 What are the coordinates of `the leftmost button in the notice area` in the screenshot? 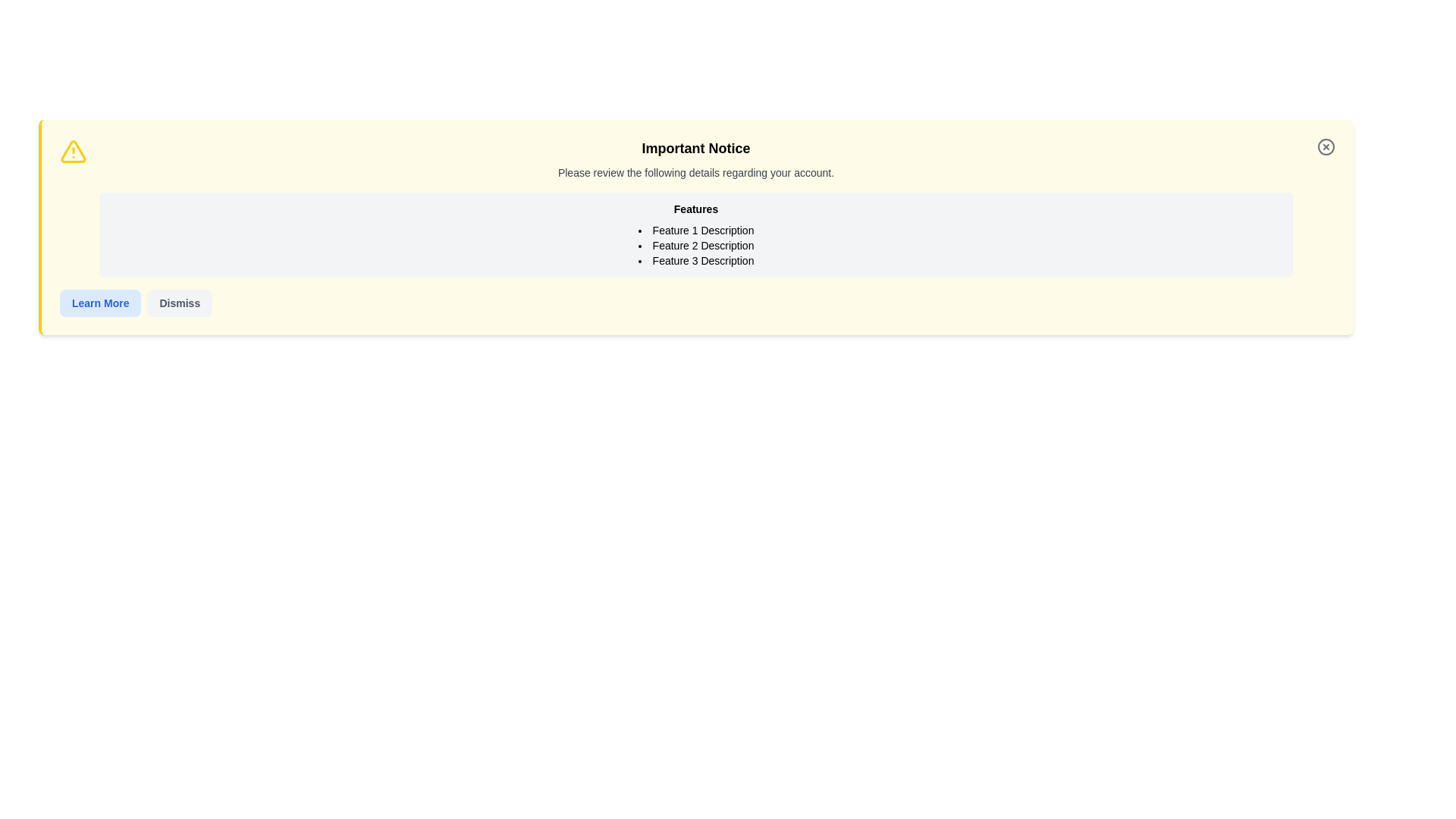 It's located at (99, 303).